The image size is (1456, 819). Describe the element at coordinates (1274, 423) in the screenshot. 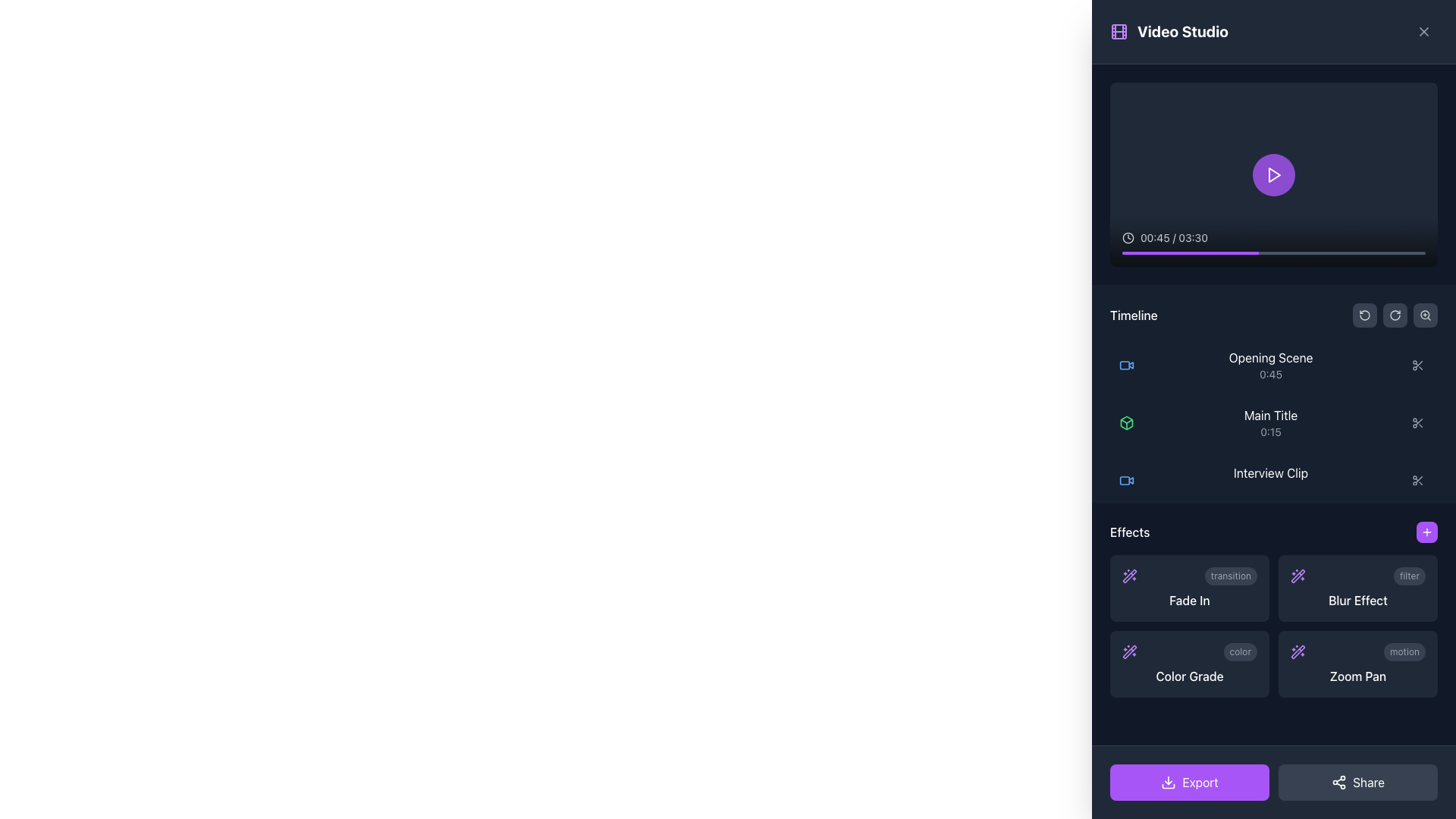

I see `the second timeline entry labeled 'Main Title'` at that location.